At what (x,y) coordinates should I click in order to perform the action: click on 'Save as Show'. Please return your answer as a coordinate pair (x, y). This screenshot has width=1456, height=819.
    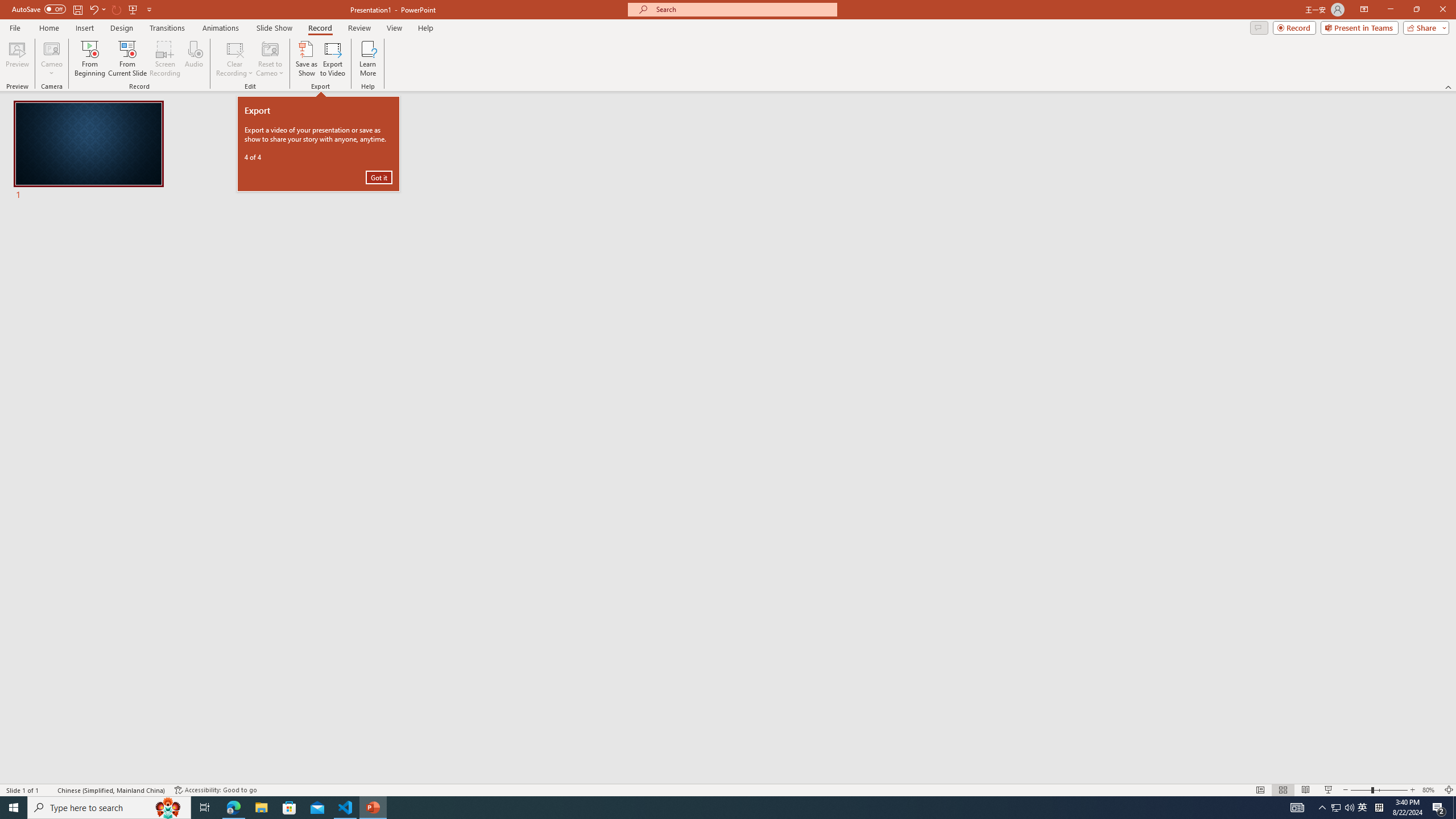
    Looking at the image, I should click on (306, 59).